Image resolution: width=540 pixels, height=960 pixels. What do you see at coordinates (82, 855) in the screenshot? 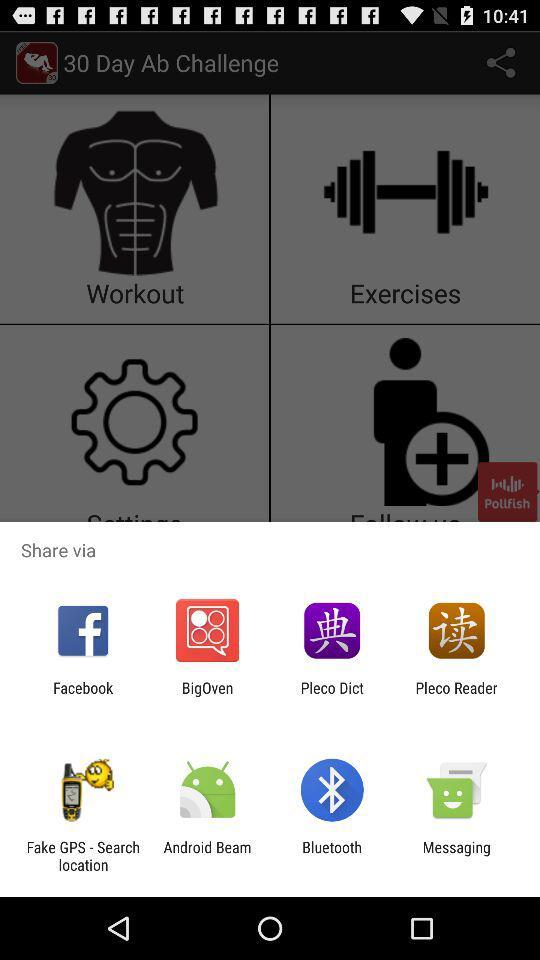
I see `item next to android beam item` at bounding box center [82, 855].